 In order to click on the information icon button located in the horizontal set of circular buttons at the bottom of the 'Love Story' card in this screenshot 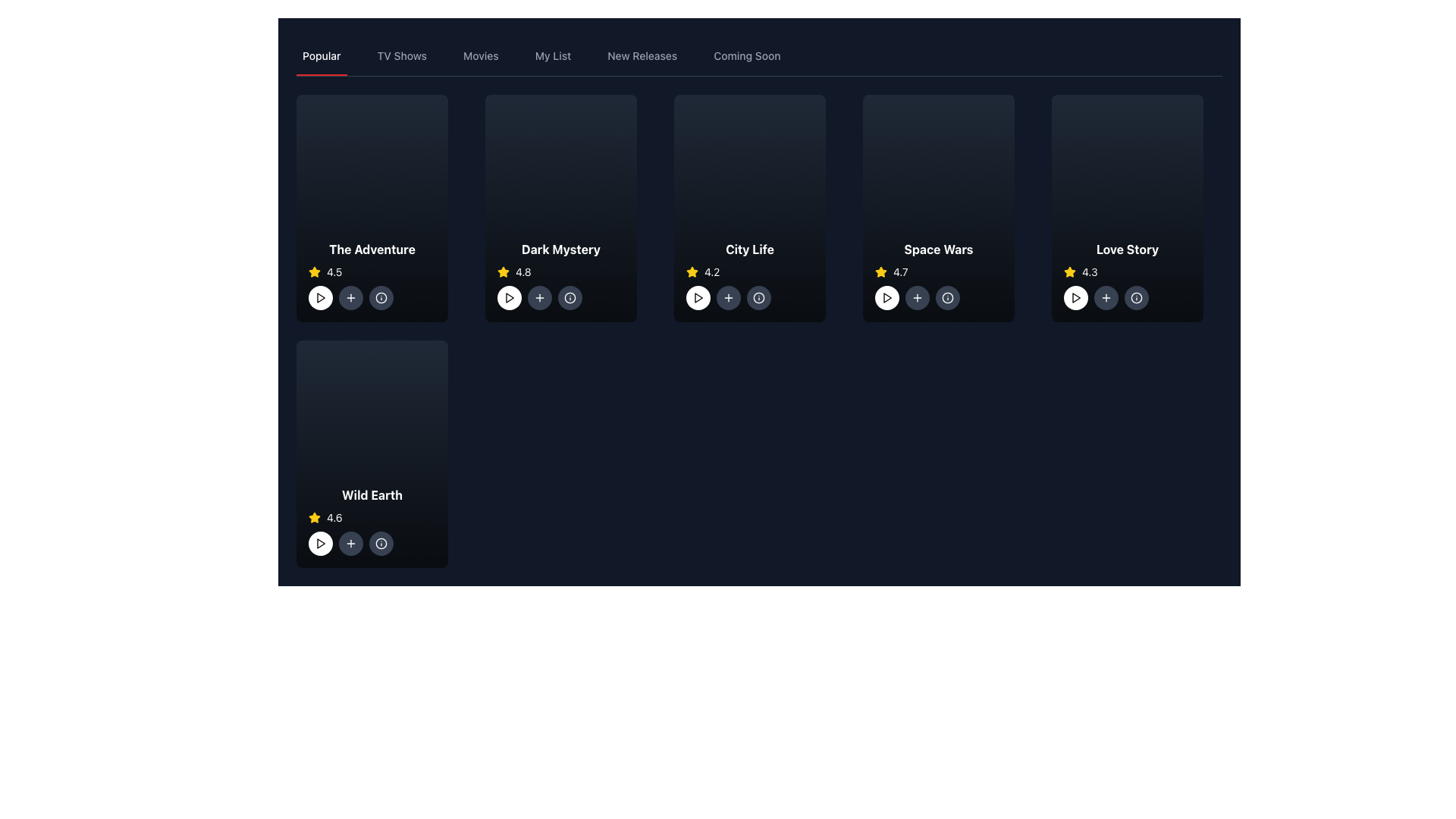, I will do `click(1128, 298)`.